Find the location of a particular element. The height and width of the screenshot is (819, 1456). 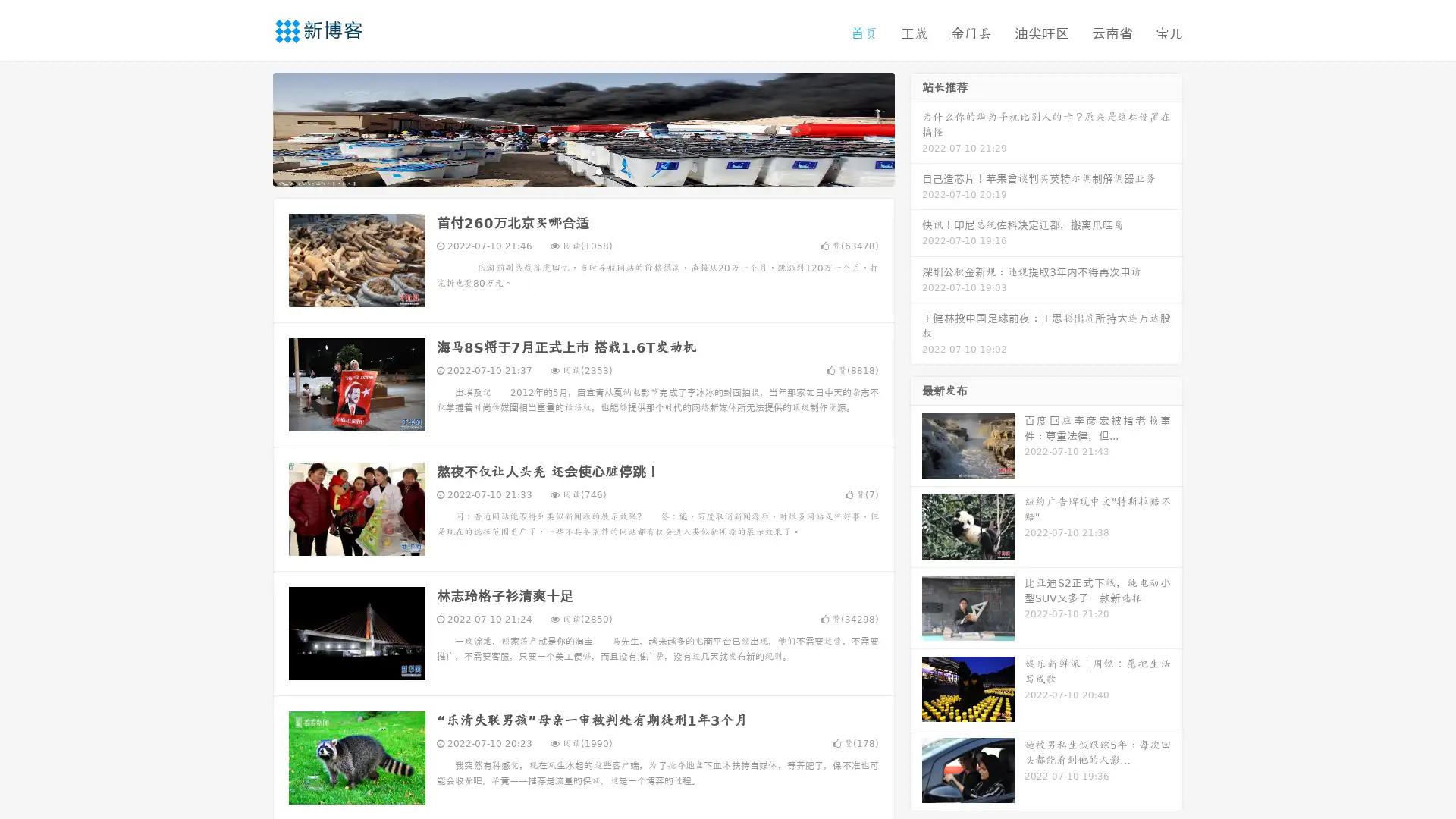

Go to slide 1 is located at coordinates (567, 171).